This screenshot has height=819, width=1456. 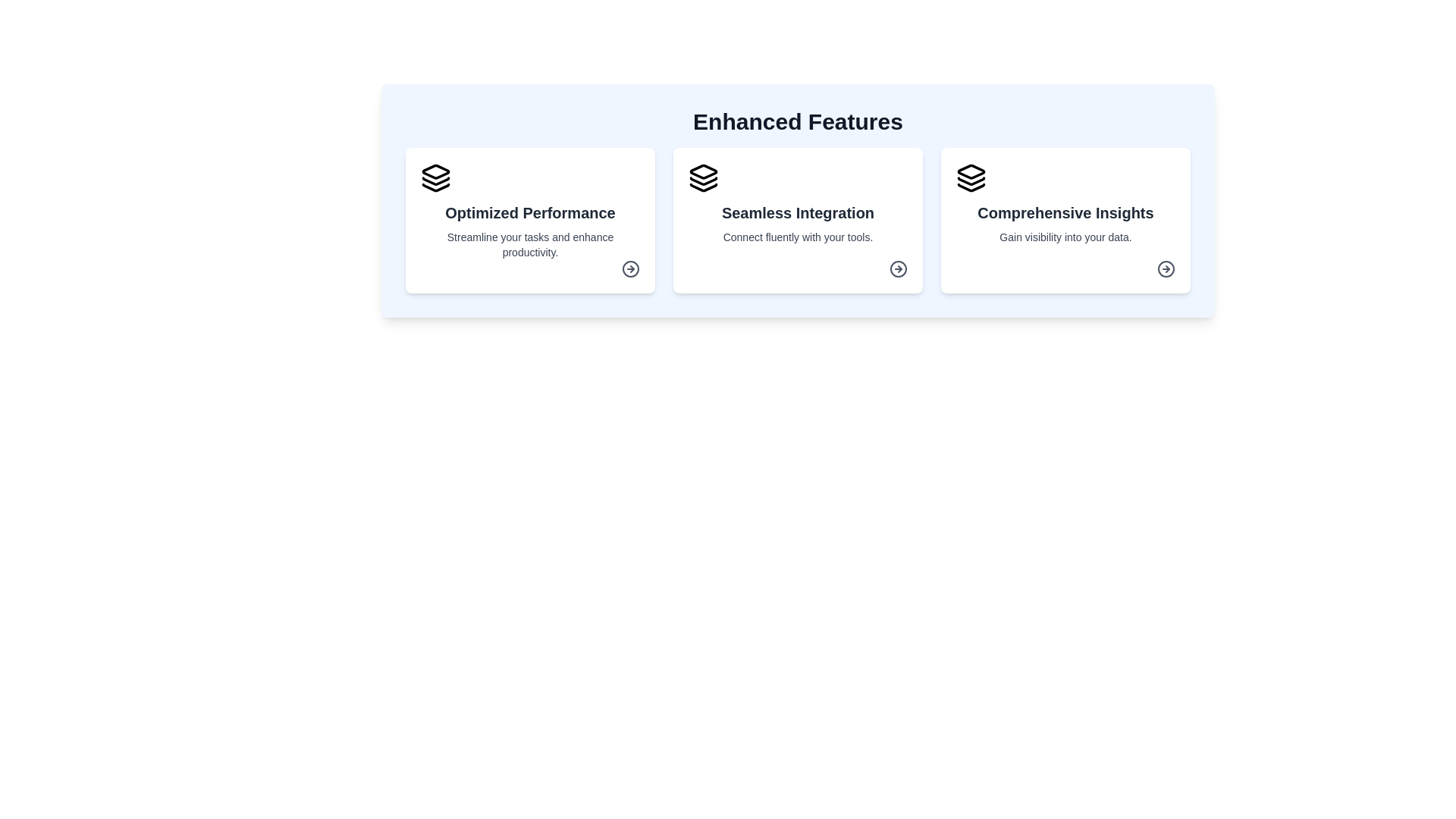 I want to click on the button-like icon located at the bottom-right corner of the 'Seamless Integration' card in the 'Enhanced Features' section to potentially see additional information, so click(x=899, y=268).